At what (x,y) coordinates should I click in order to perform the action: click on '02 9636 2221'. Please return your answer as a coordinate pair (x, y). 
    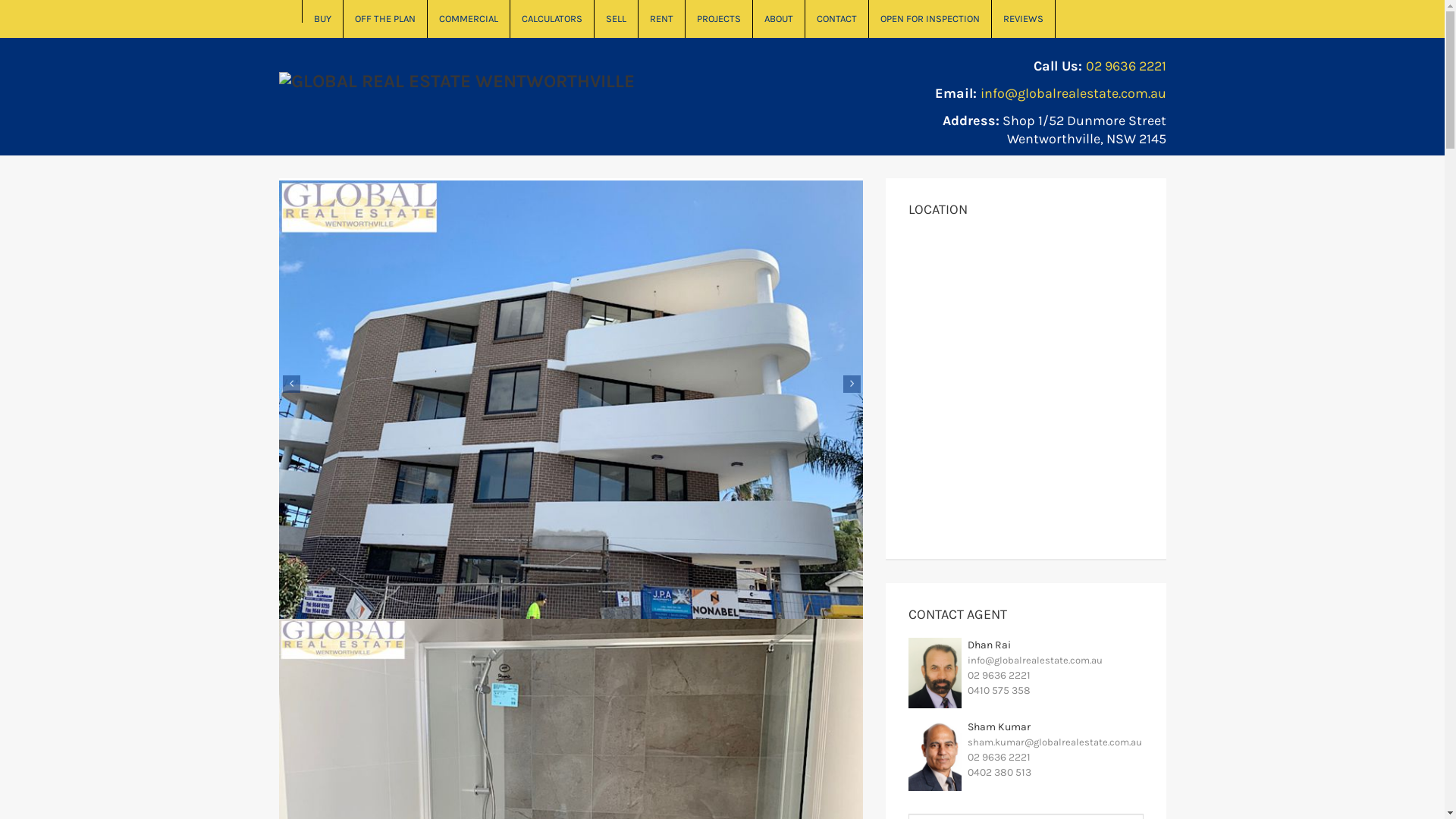
    Looking at the image, I should click on (1125, 65).